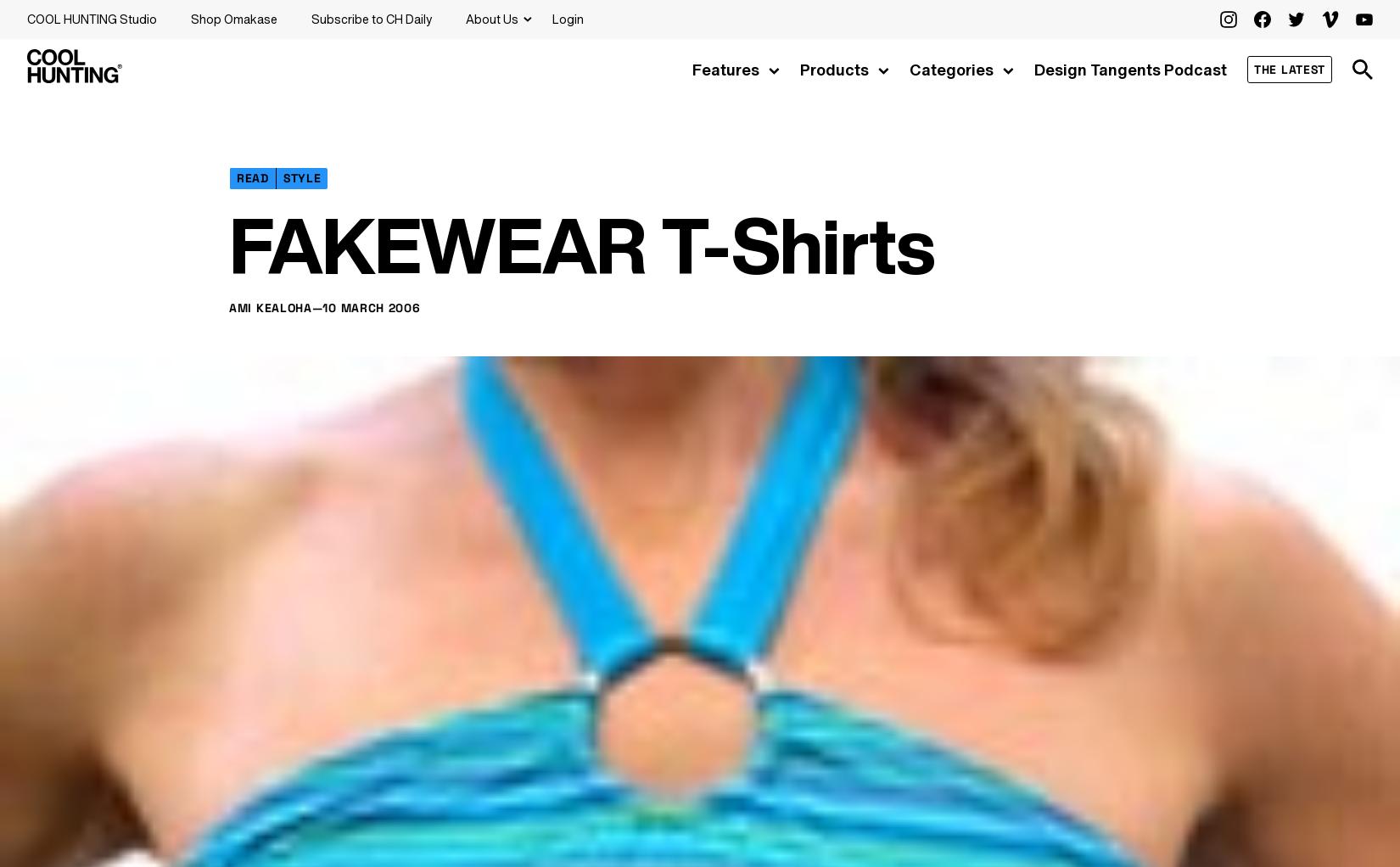  What do you see at coordinates (371, 18) in the screenshot?
I see `'Subscribe to CH Daily'` at bounding box center [371, 18].